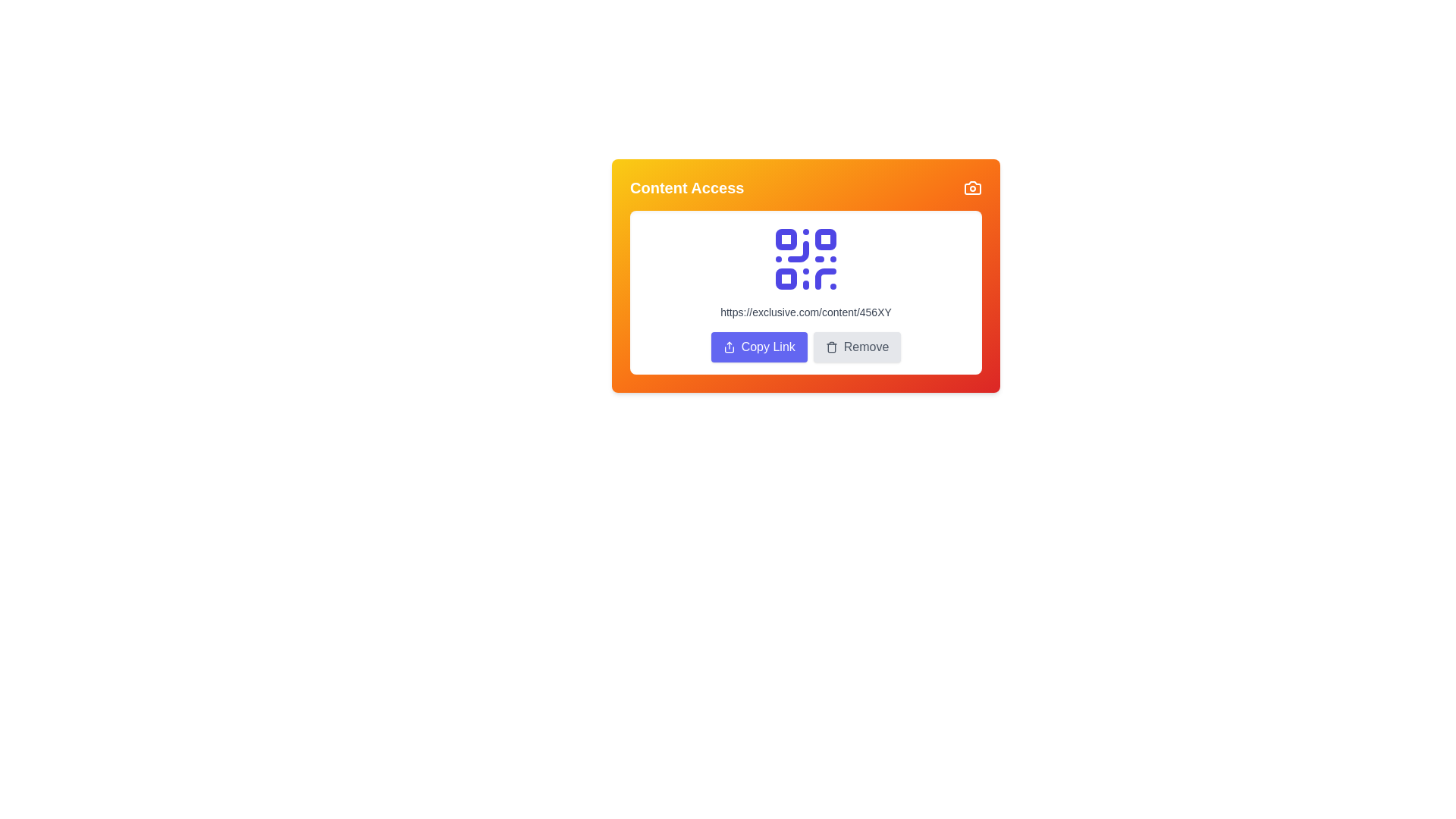 This screenshot has width=1456, height=819. Describe the element at coordinates (759, 347) in the screenshot. I see `the 'Copy Link' button located at the bottom of the 'Content Access' card to copy the displayed link to the clipboard` at that location.